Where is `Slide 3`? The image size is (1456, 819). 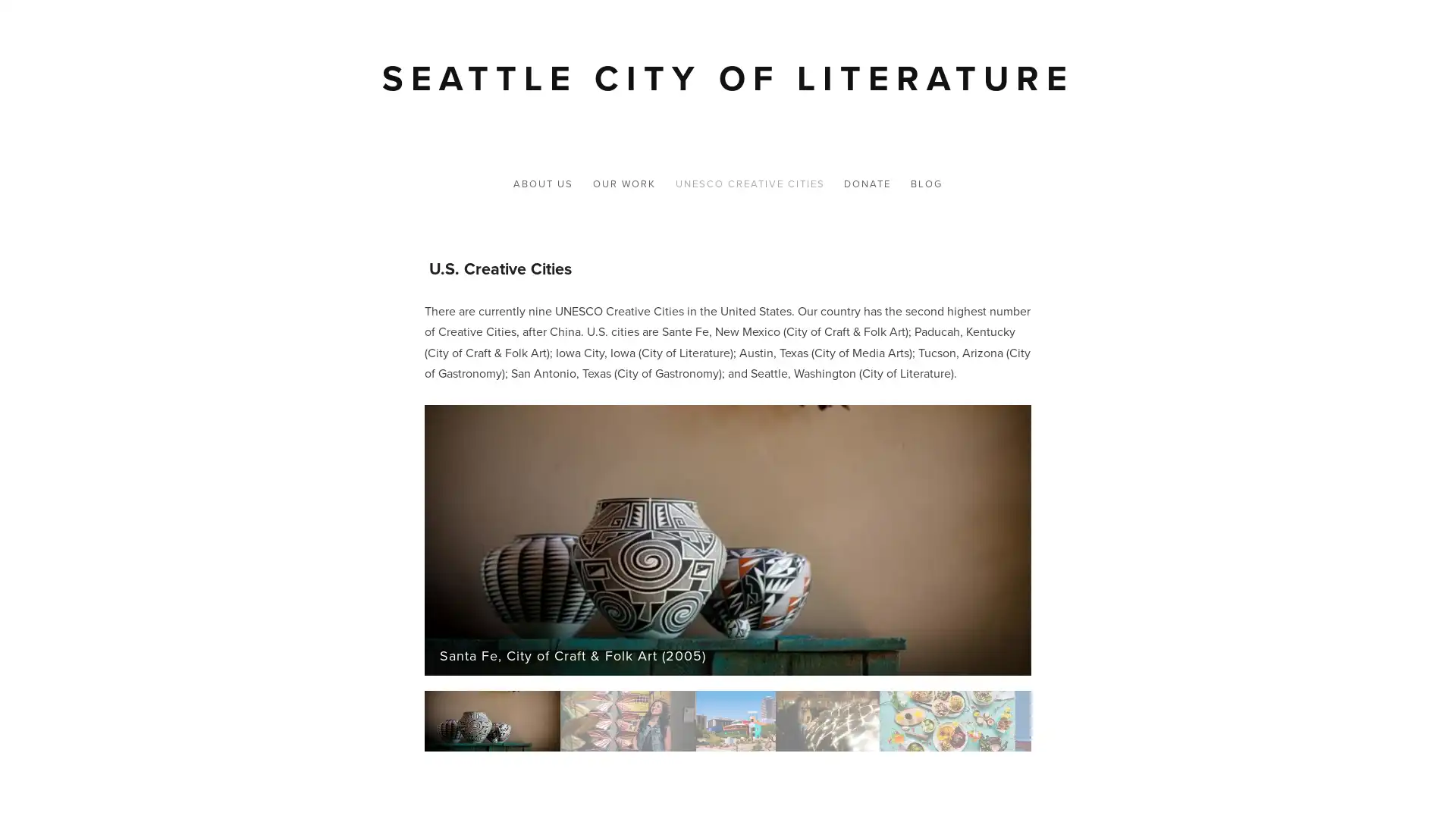
Slide 3 is located at coordinates (726, 720).